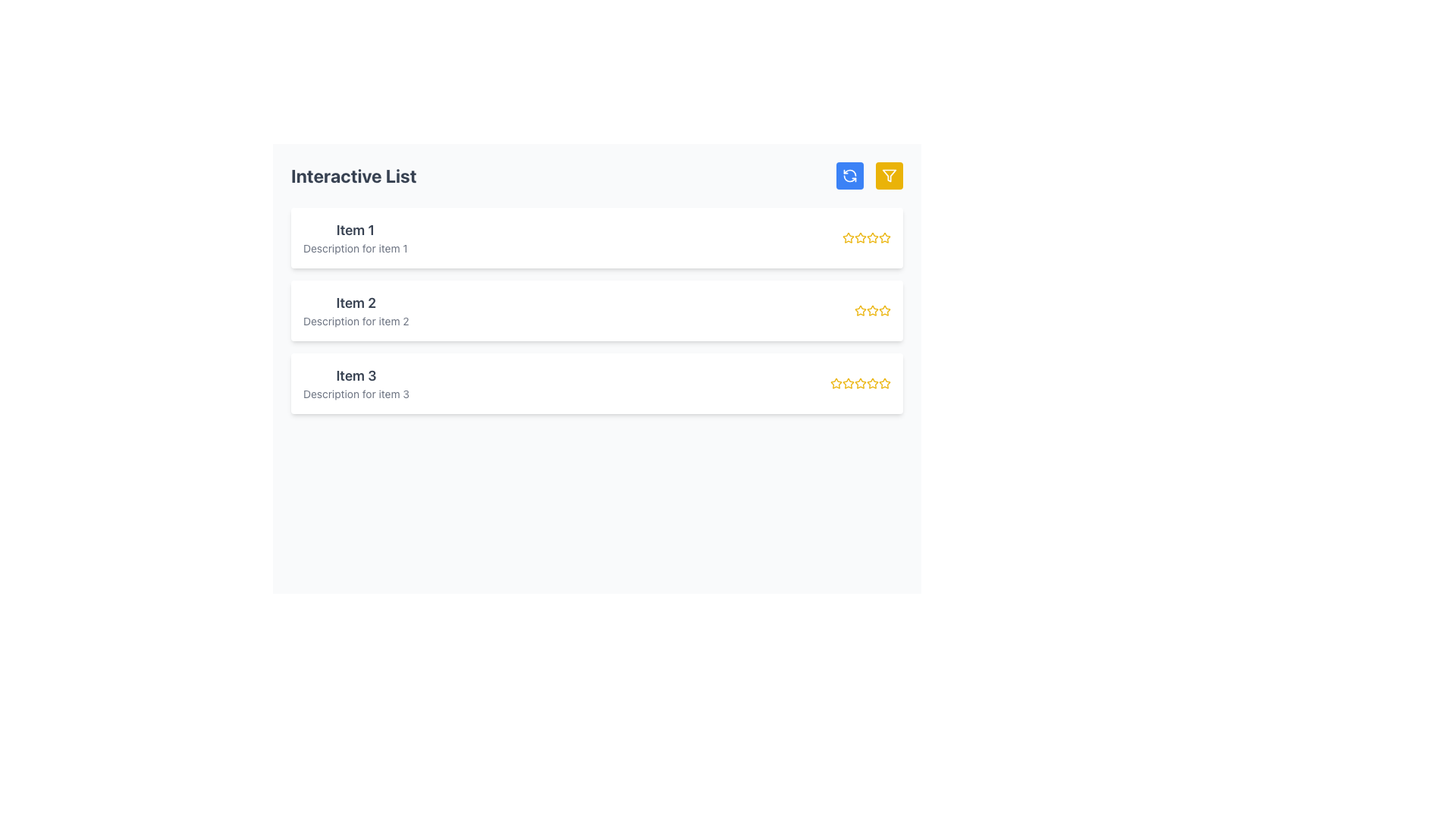 Image resolution: width=1456 pixels, height=819 pixels. Describe the element at coordinates (889, 174) in the screenshot. I see `the SVG icon within the yellow rectangular button located in the upper-right corner of the interface` at that location.